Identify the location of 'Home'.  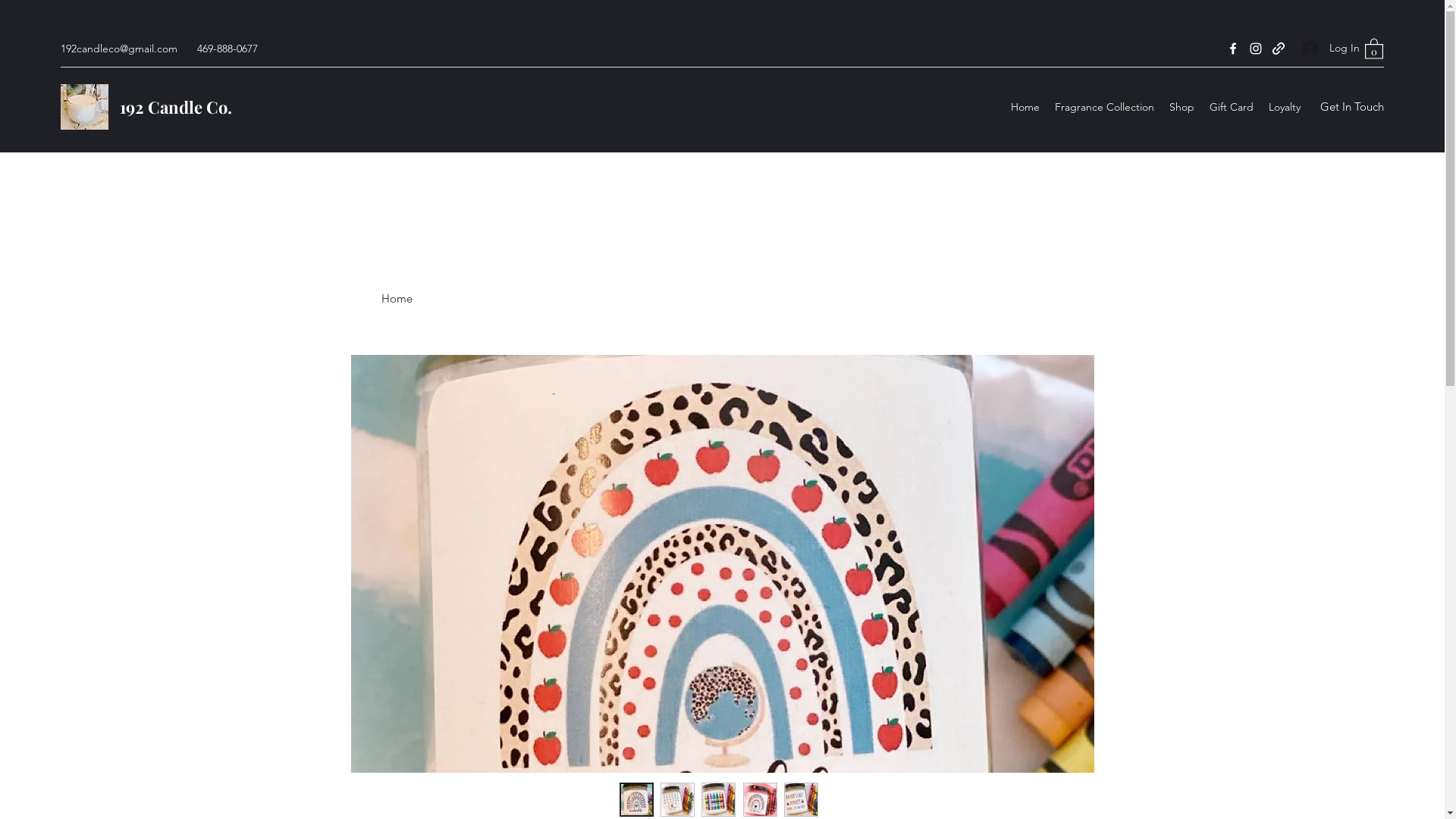
(1003, 106).